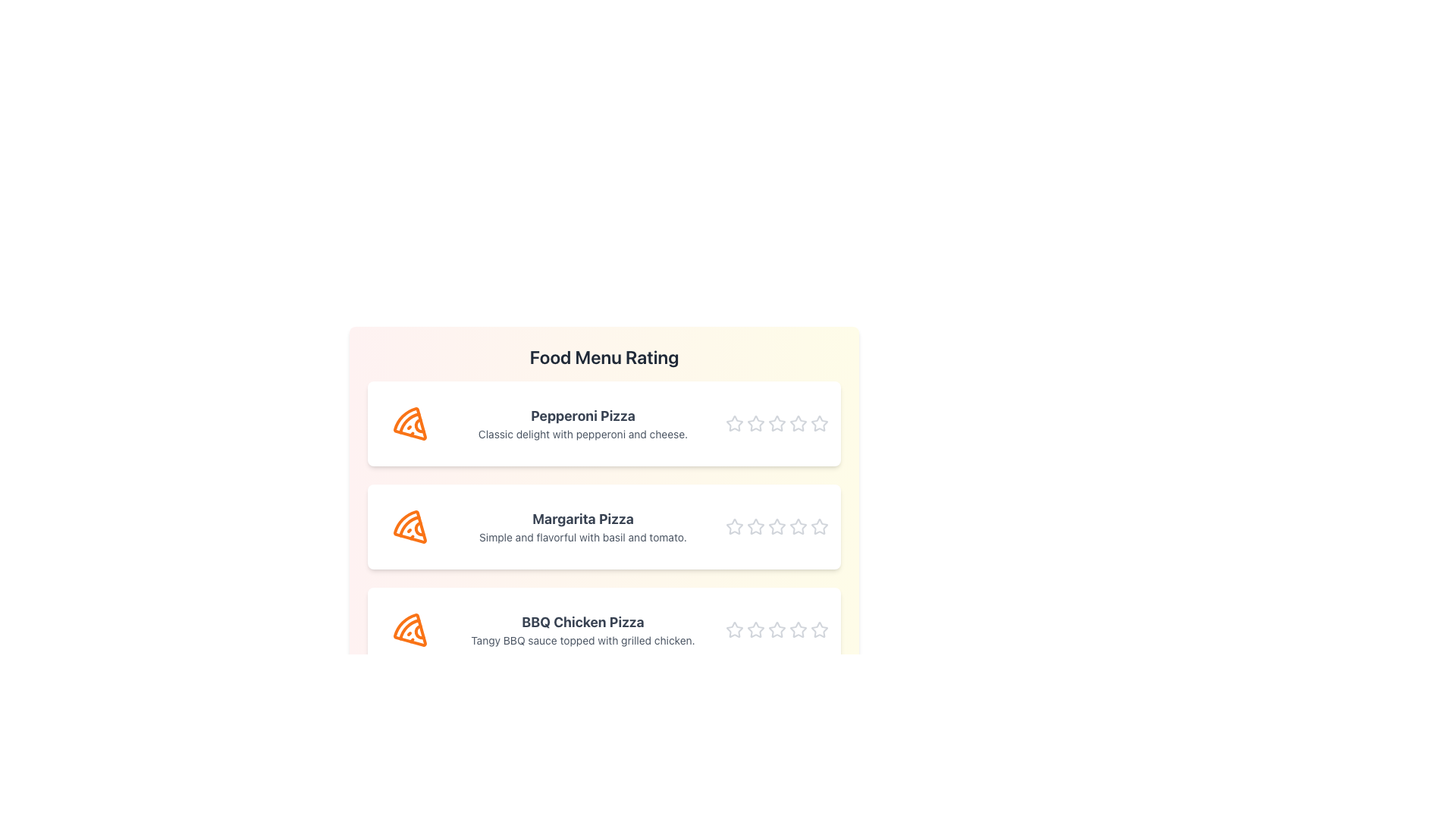  Describe the element at coordinates (777, 629) in the screenshot. I see `the third star in the rating bar to assign a rating for the 'BBQ Chicken Pizza' menu item` at that location.